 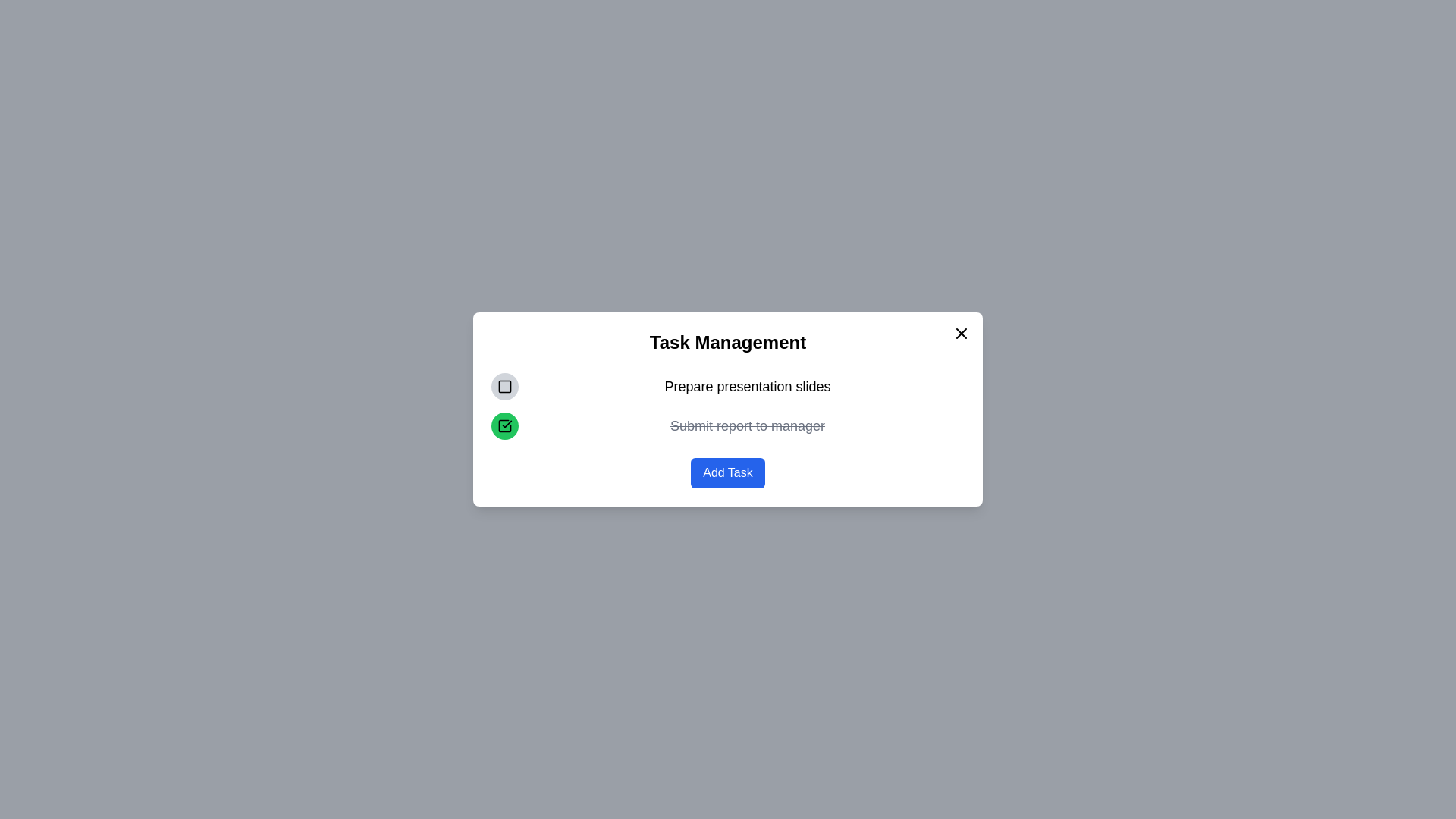 I want to click on the task completion icon button located on the left side of the task management dialog box, positioned below the empty square icon button, so click(x=505, y=426).